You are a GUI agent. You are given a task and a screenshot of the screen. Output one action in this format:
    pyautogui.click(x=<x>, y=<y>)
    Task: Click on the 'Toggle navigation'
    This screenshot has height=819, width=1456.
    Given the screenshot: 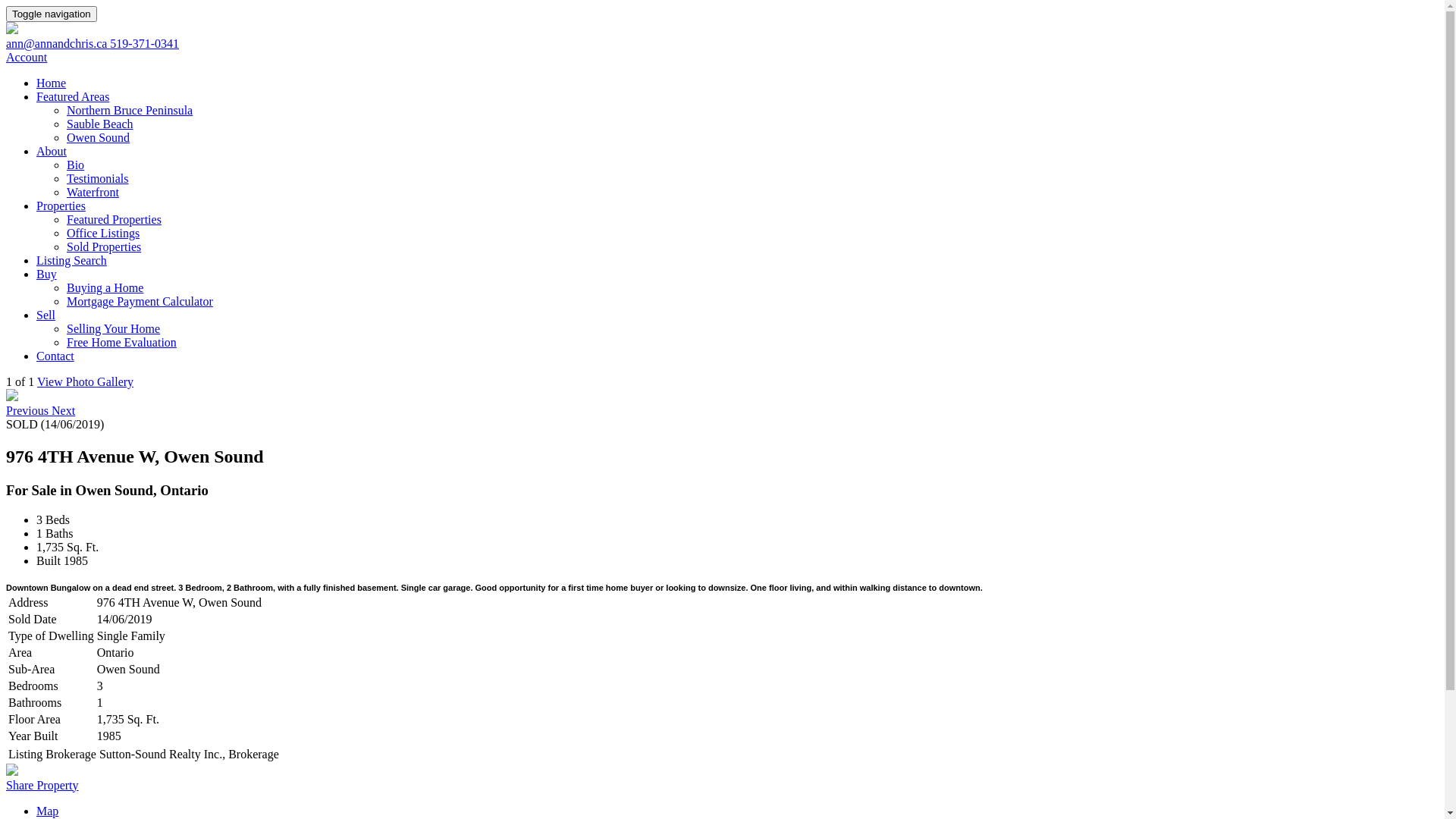 What is the action you would take?
    pyautogui.click(x=6, y=14)
    